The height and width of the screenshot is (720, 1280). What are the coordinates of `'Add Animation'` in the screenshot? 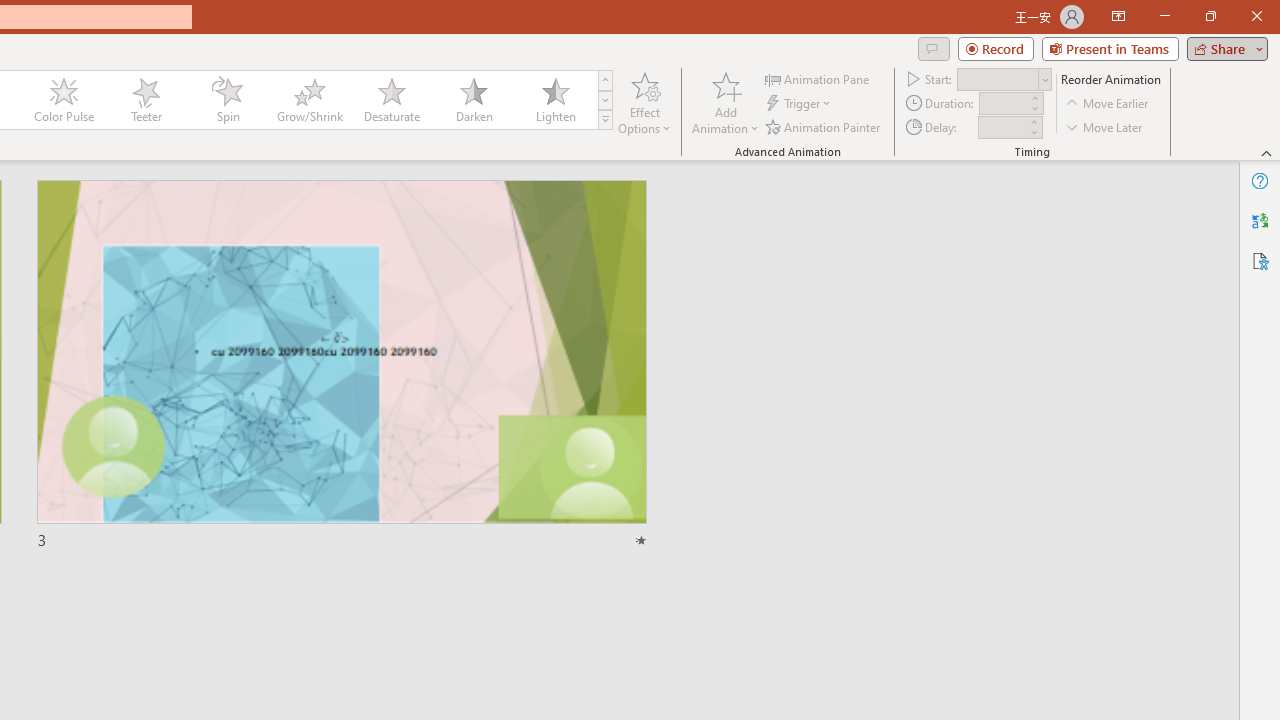 It's located at (724, 103).